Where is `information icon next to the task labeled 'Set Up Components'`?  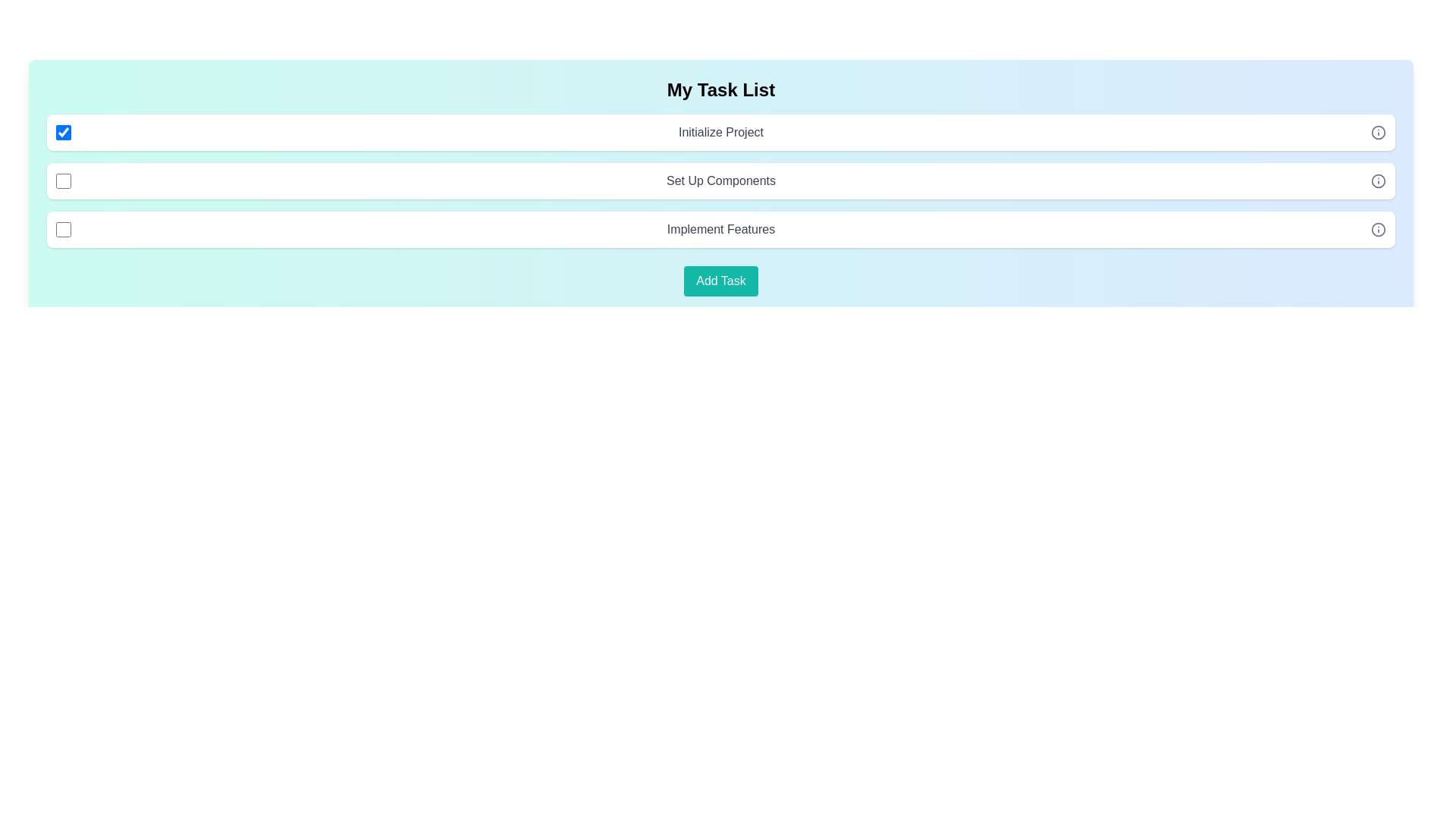
information icon next to the task labeled 'Set Up Components' is located at coordinates (1379, 180).